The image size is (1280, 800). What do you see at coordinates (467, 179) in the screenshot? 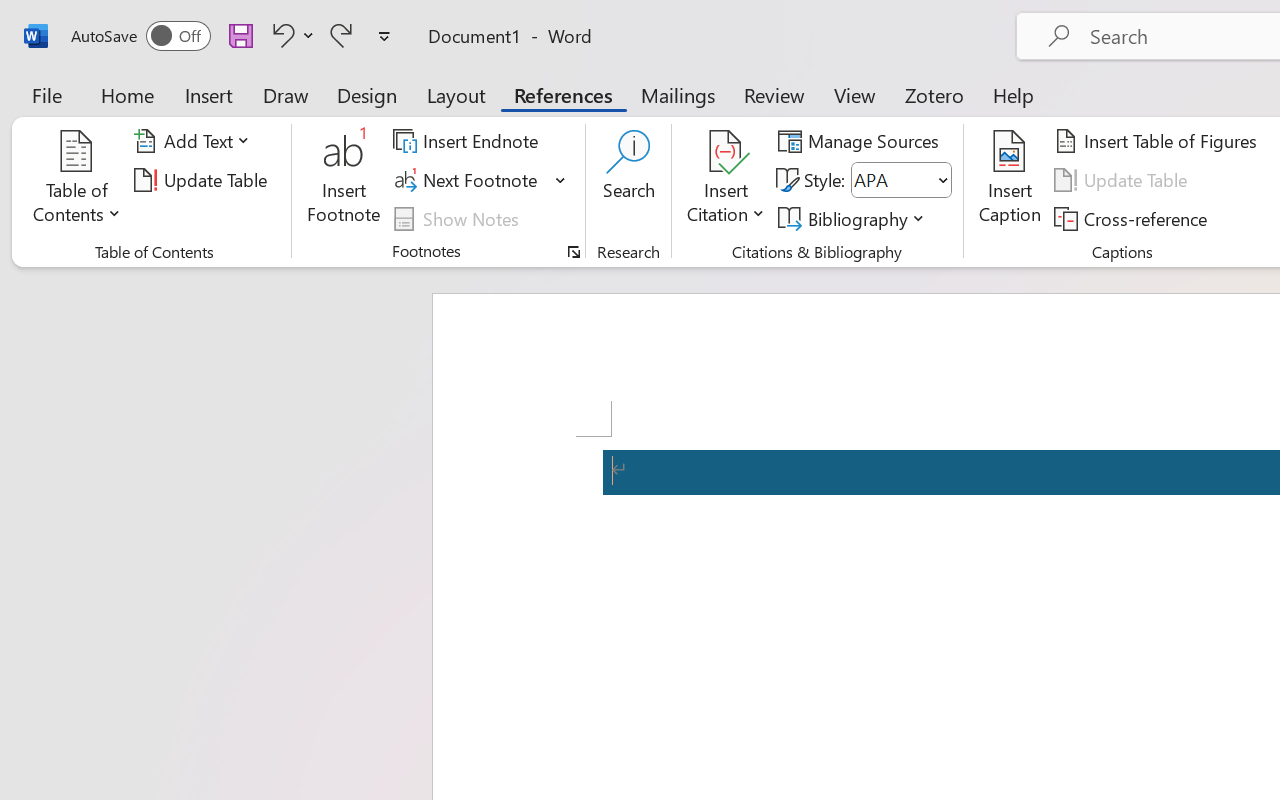
I see `'Next Footnote'` at bounding box center [467, 179].